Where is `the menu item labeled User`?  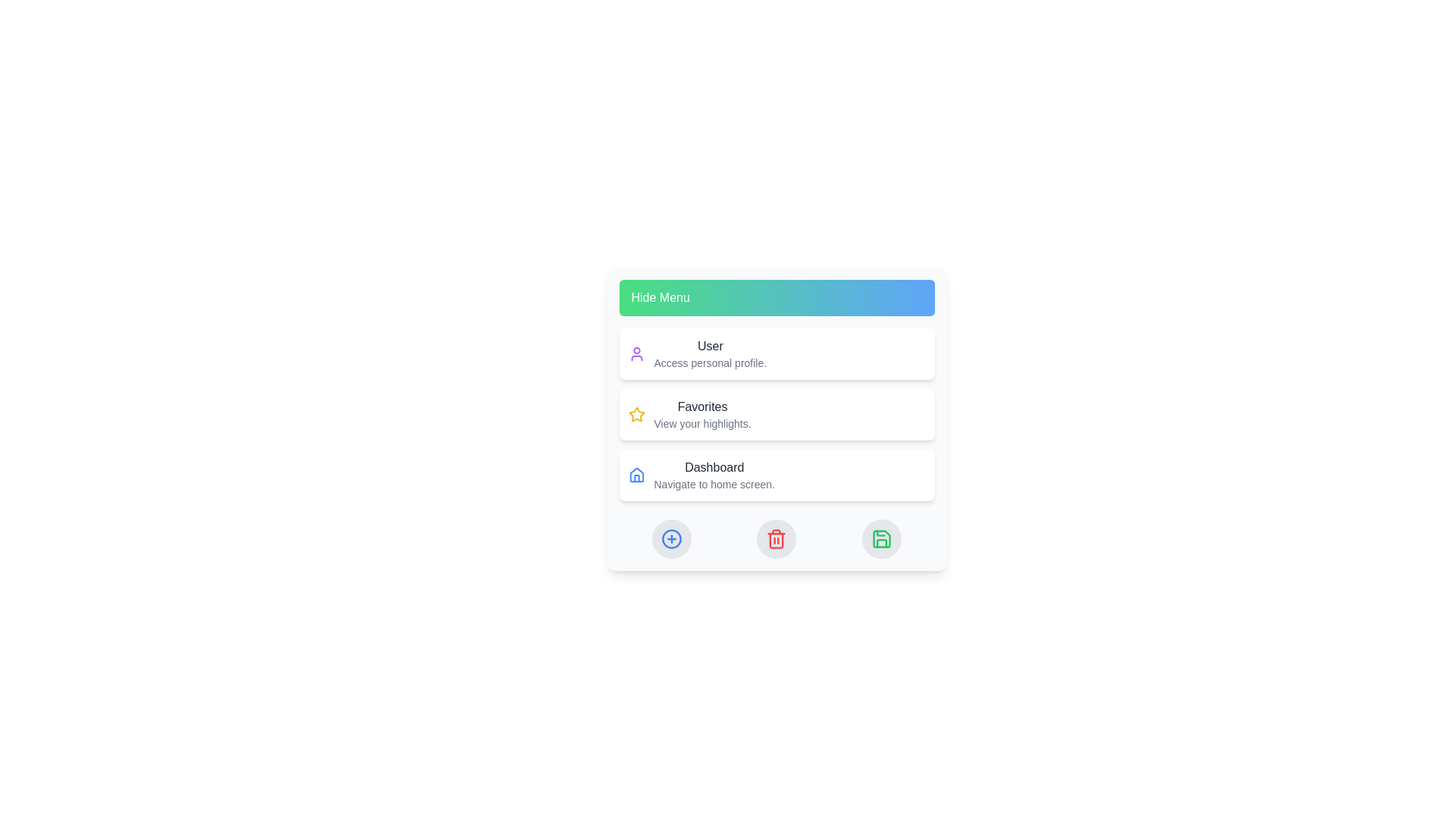 the menu item labeled User is located at coordinates (777, 353).